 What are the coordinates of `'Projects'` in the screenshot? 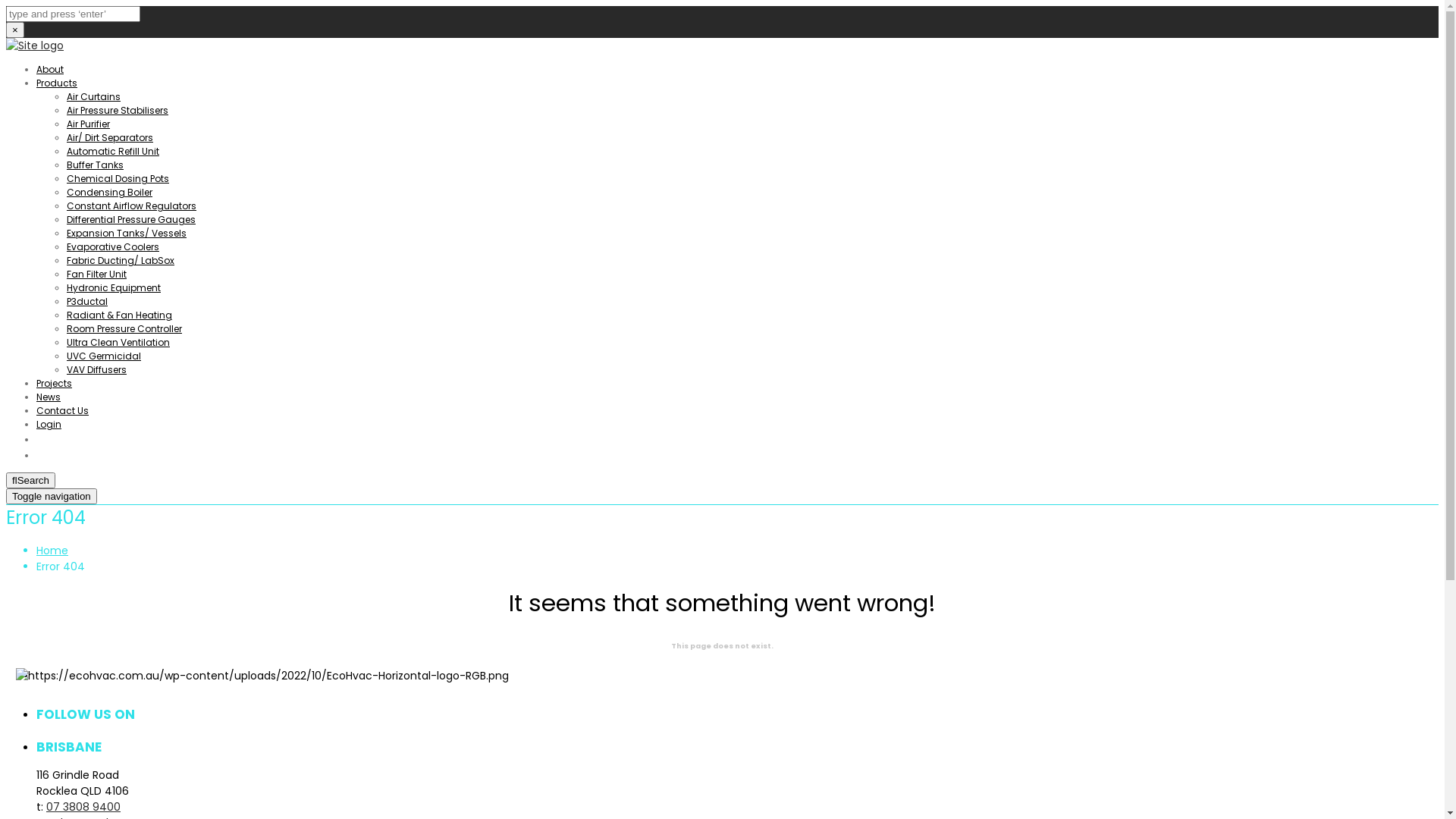 It's located at (54, 382).